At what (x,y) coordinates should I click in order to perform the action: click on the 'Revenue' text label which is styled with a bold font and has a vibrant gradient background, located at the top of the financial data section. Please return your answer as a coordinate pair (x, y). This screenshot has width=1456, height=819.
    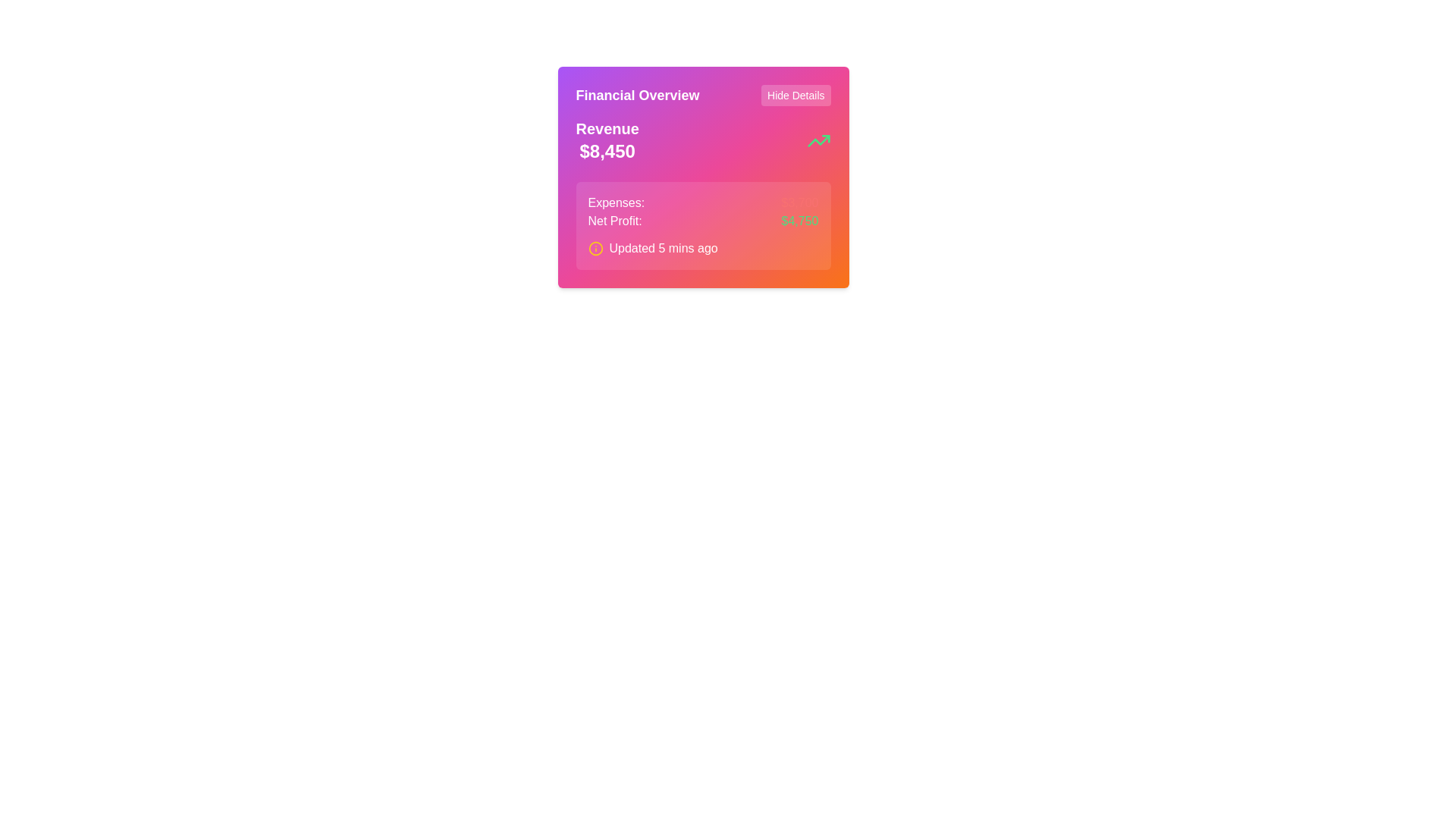
    Looking at the image, I should click on (607, 127).